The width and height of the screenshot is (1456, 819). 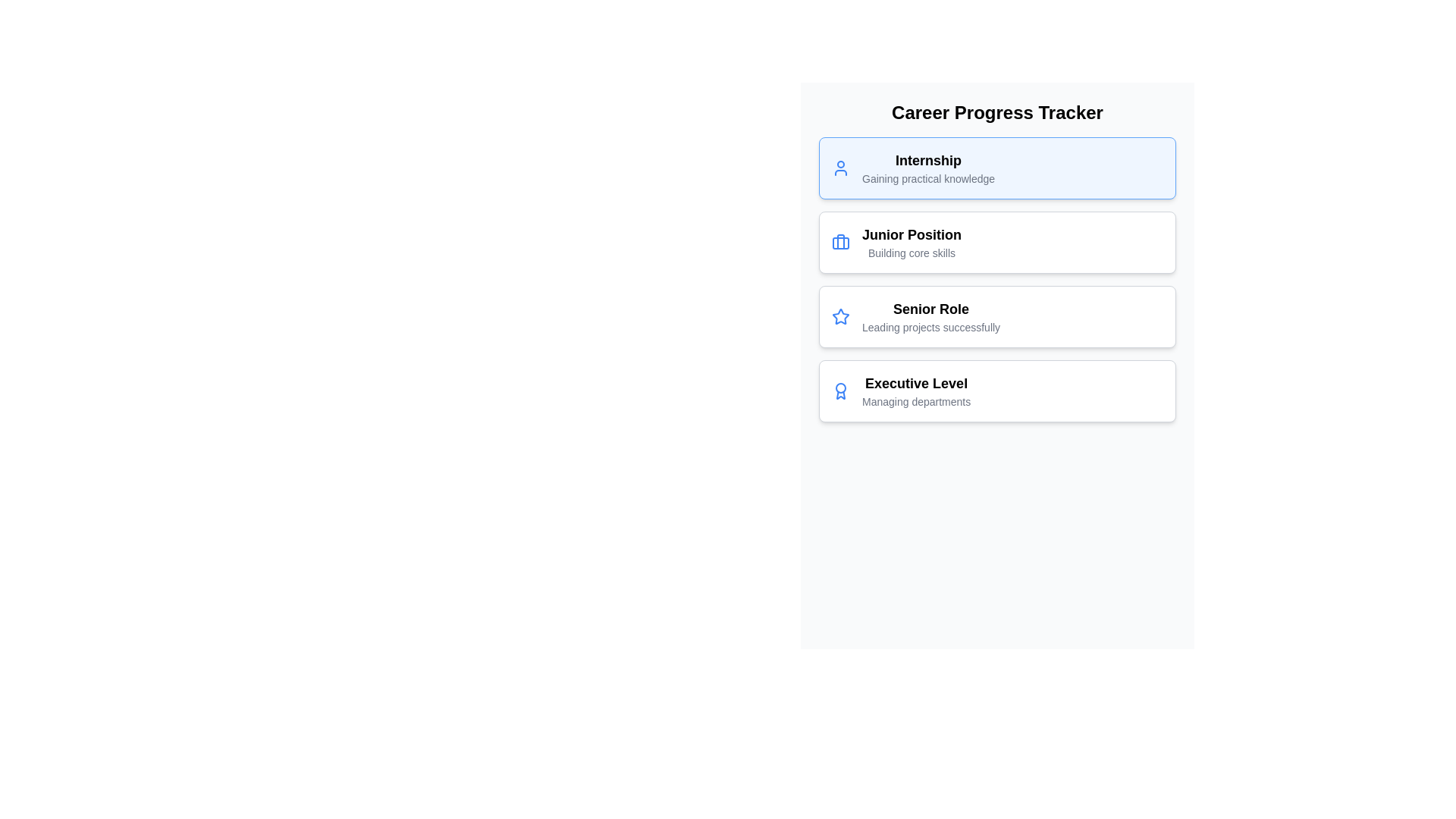 I want to click on the 'Internship' stage card in the Career Progress Tracker, so click(x=997, y=168).